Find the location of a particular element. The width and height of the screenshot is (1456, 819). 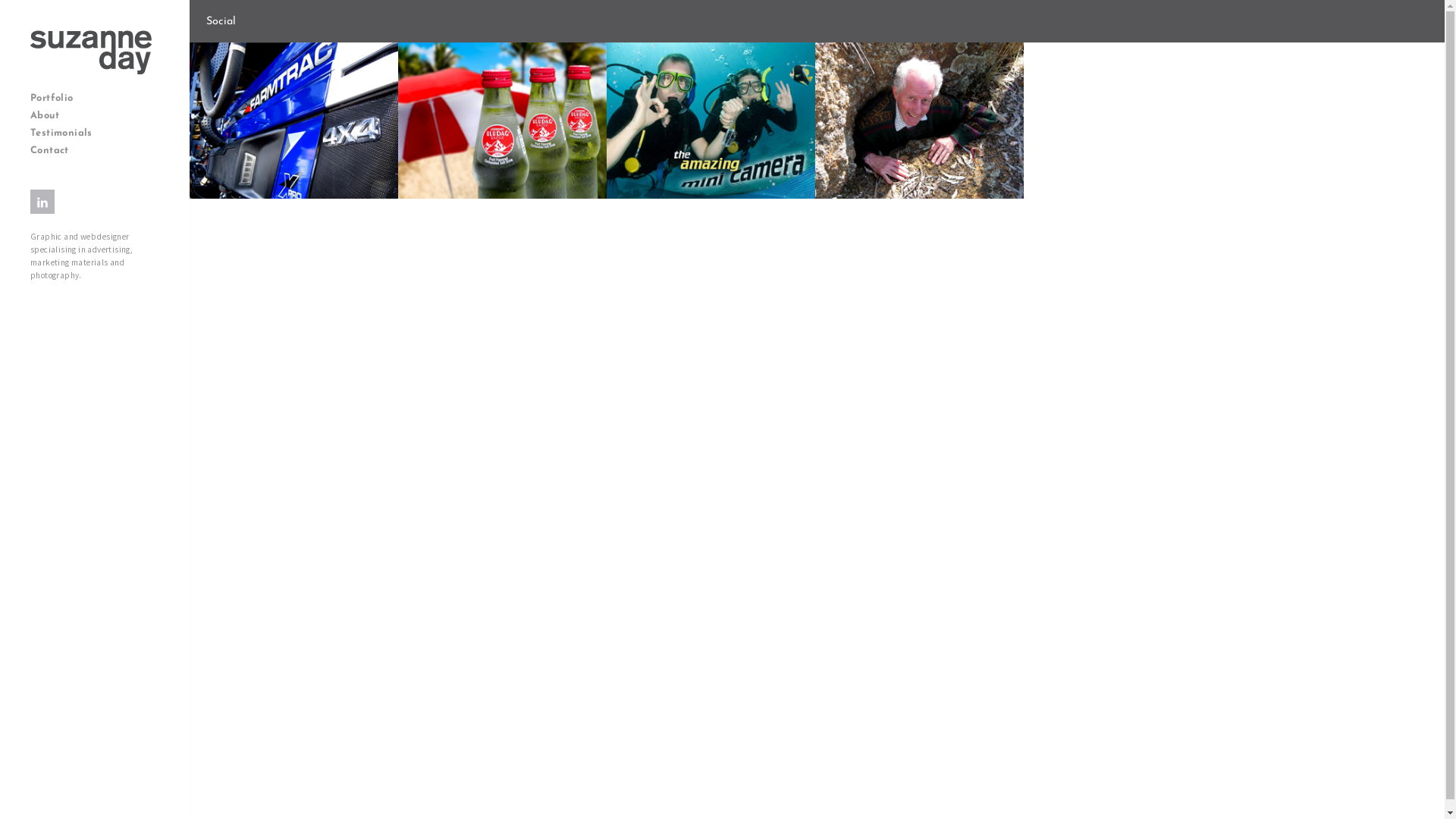

'Kaiser Baas' is located at coordinates (710, 119).